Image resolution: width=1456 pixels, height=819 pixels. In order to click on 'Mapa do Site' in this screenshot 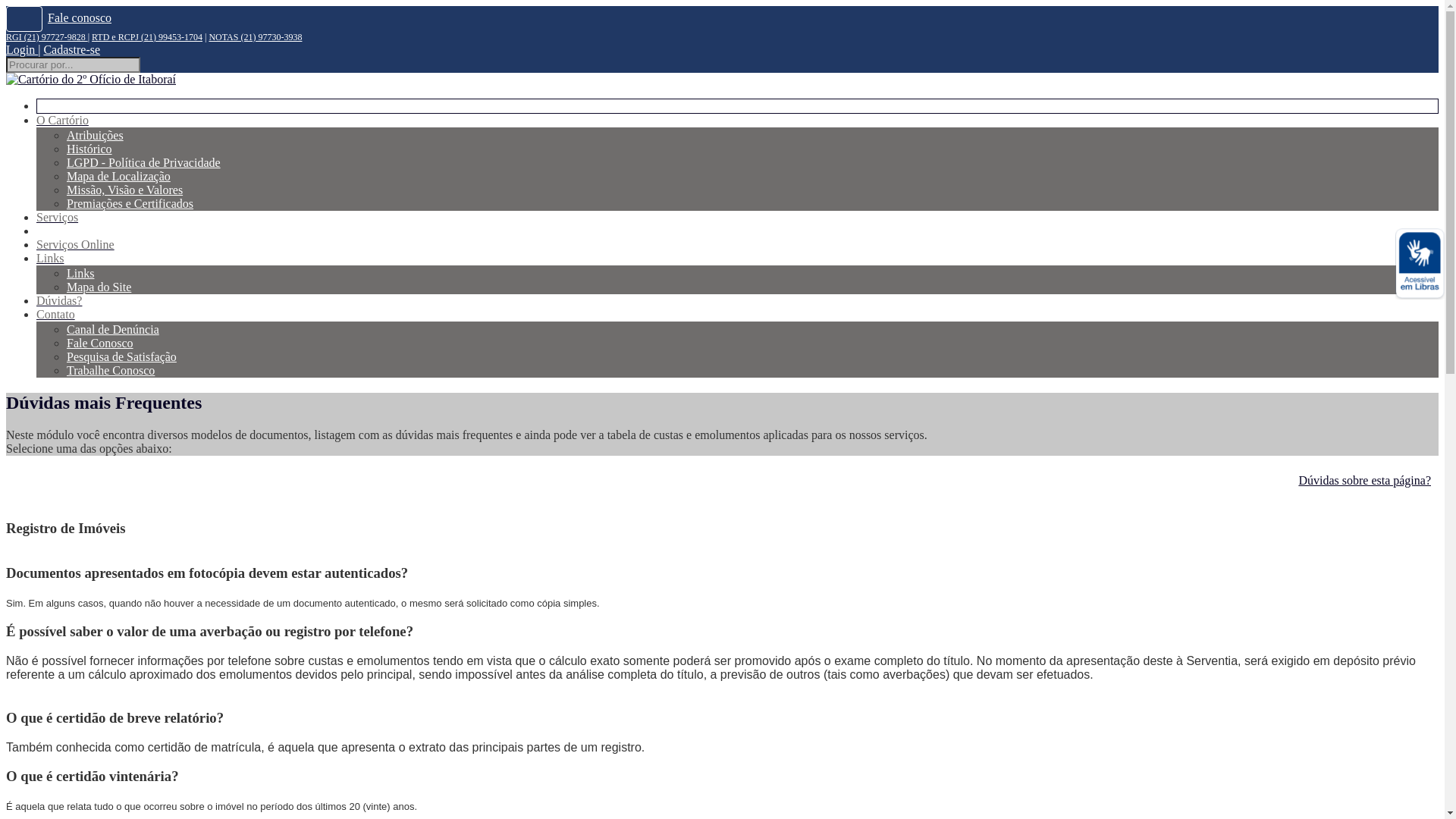, I will do `click(98, 287)`.